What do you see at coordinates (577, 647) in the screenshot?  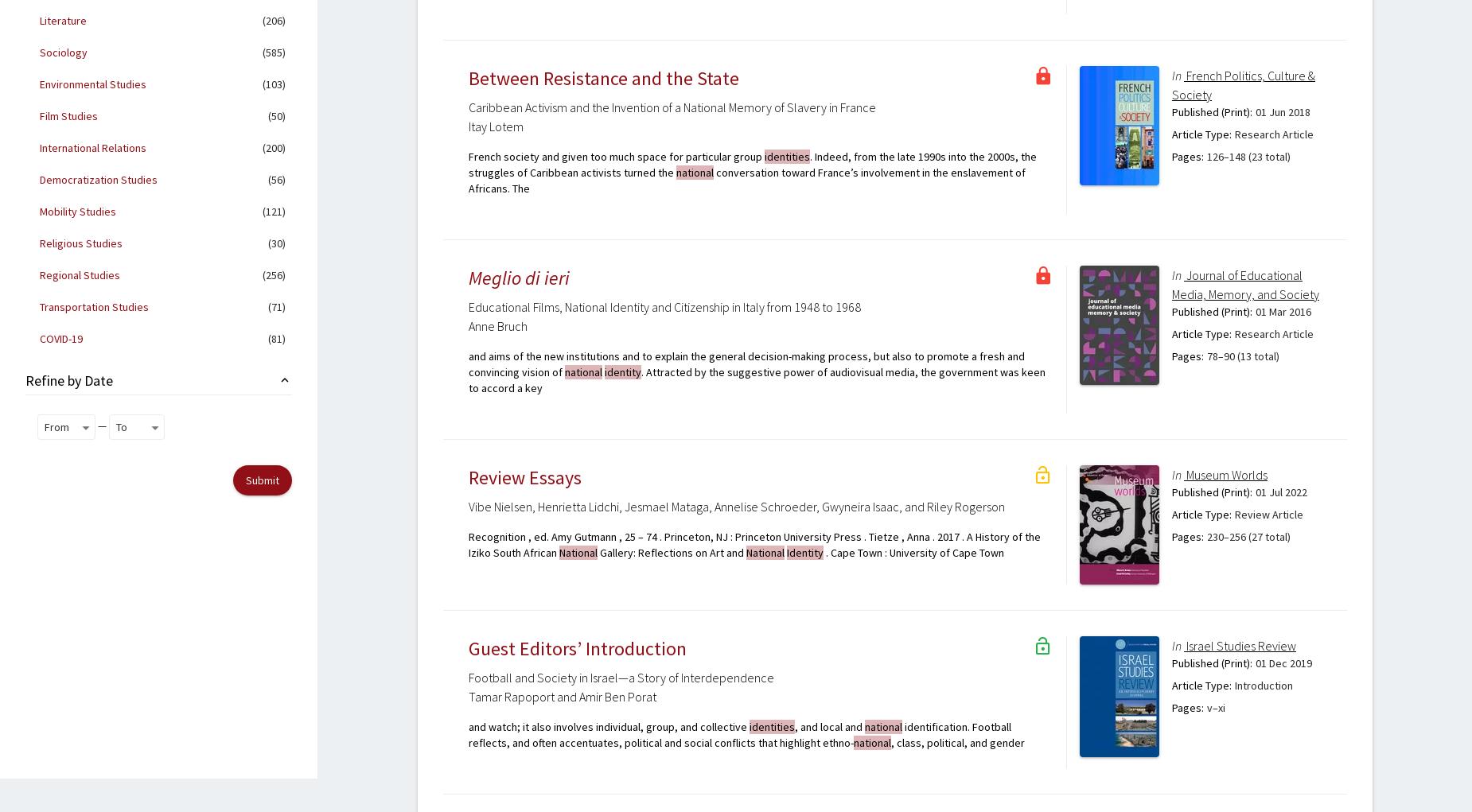 I see `'Guest Editors’ Introduction'` at bounding box center [577, 647].